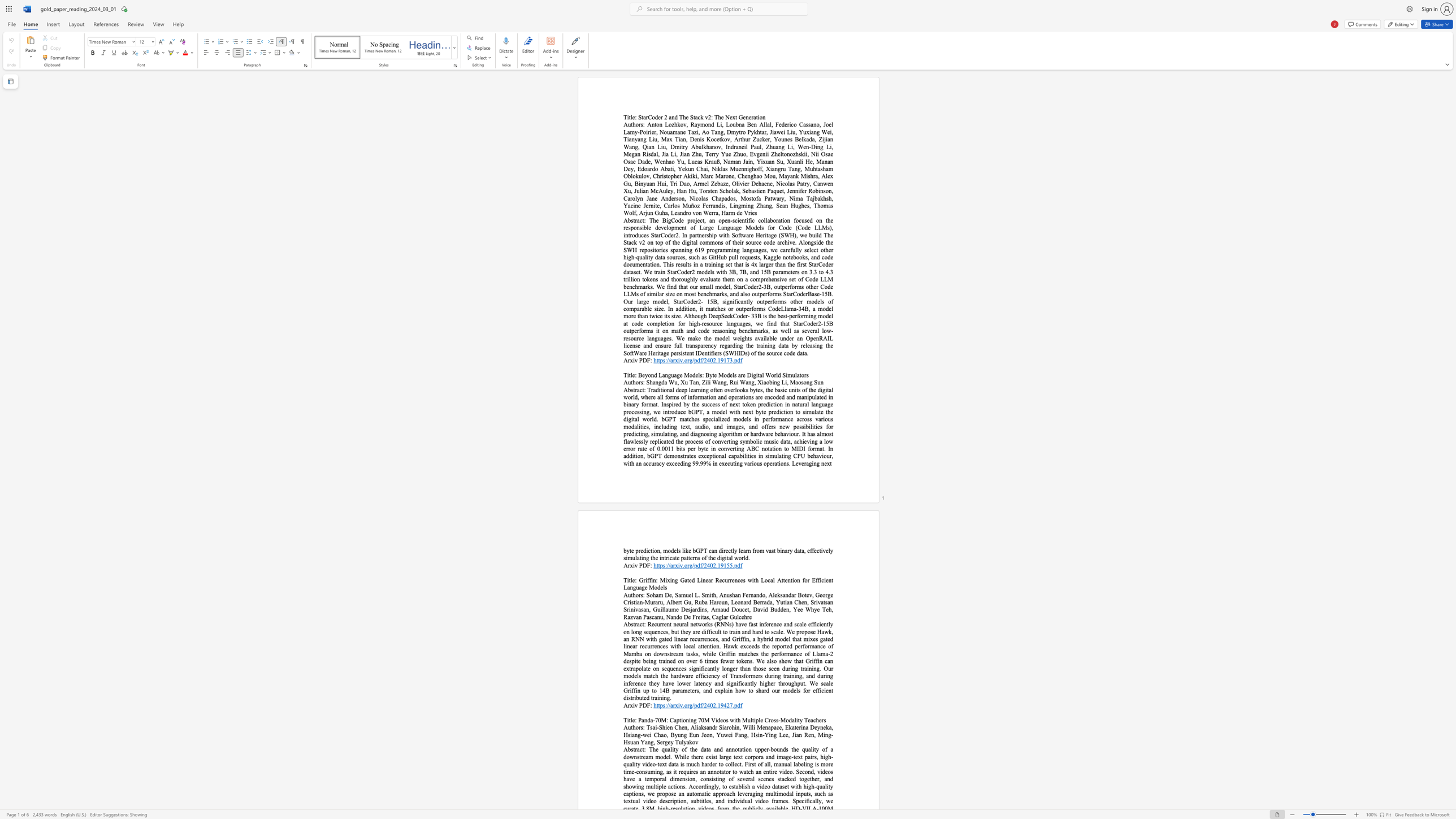  Describe the element at coordinates (623, 551) in the screenshot. I see `the subset text "byte prediction, models like bGPT can directly learn from vast binary data, effectively simulating the intricate patterns of the di" within the text "byte prediction, models like bGPT can directly learn from vast binary data, effectively simulating the intricate patterns of the digital world."` at that location.